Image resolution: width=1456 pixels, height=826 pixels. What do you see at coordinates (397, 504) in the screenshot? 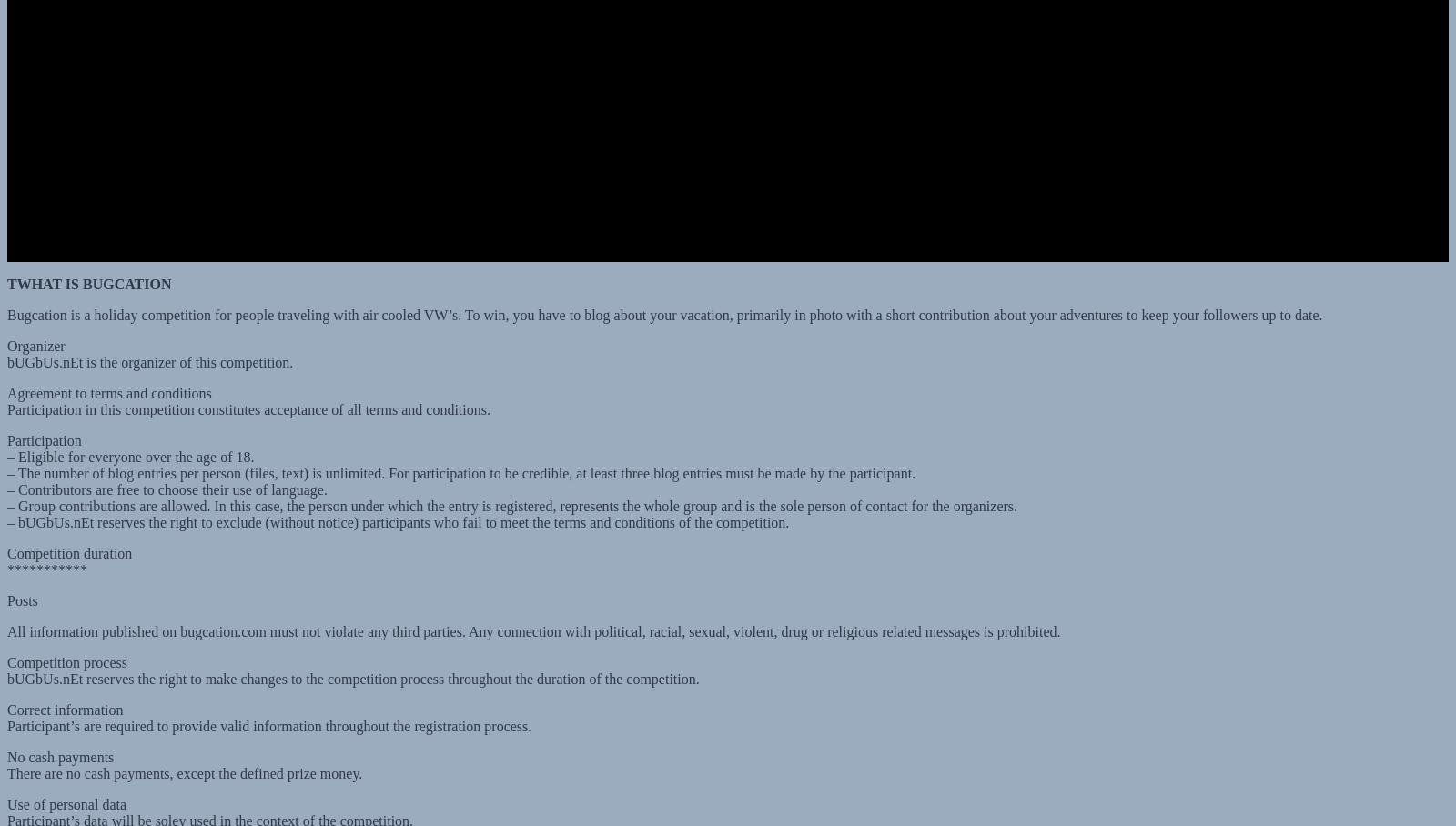
I see `'– bUGbUs.nEt reserves the right to exclude (without notice) participants who fail to meet the terms and conditions of the competition.'` at bounding box center [397, 504].